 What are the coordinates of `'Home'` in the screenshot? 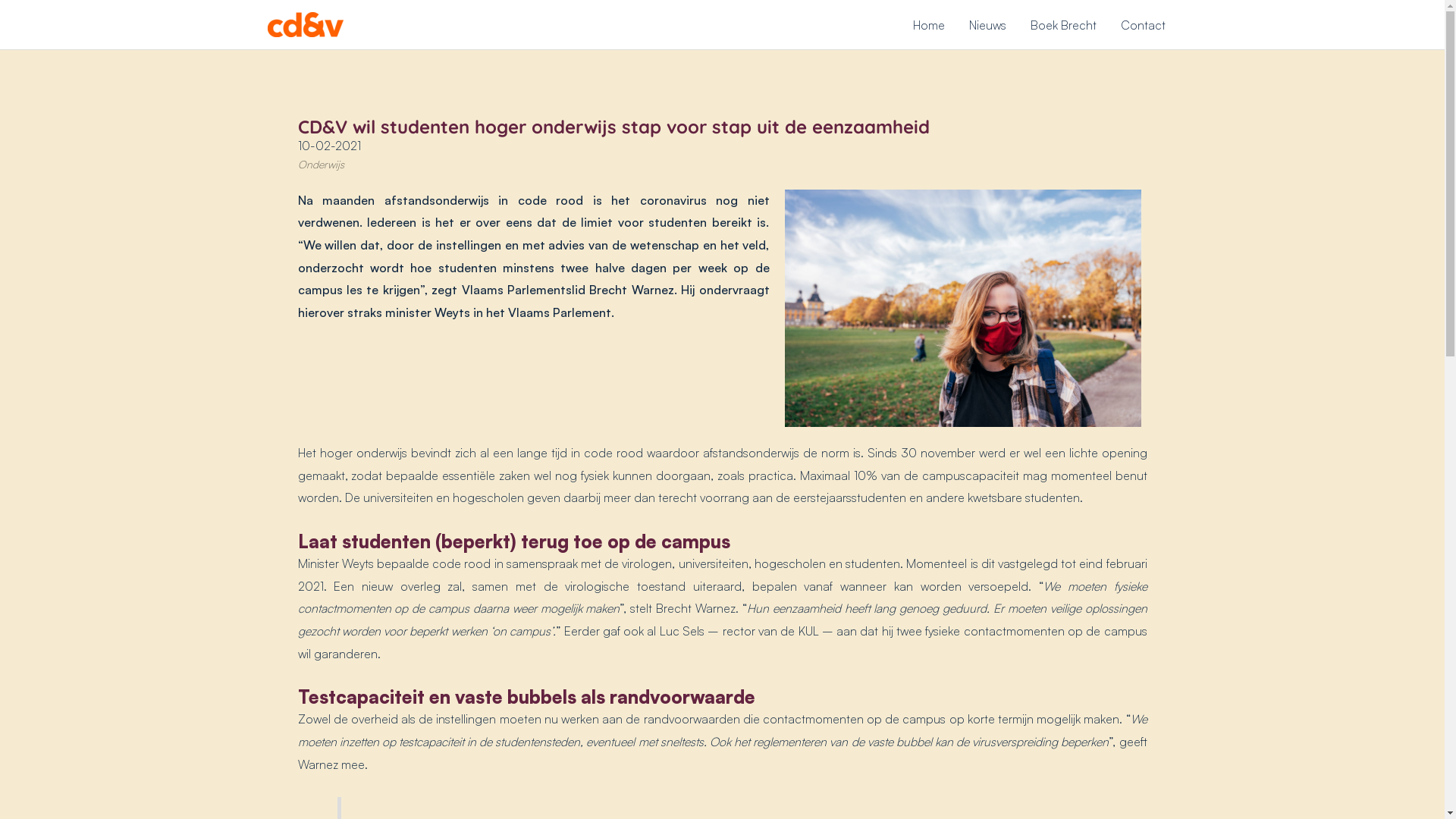 It's located at (927, 24).